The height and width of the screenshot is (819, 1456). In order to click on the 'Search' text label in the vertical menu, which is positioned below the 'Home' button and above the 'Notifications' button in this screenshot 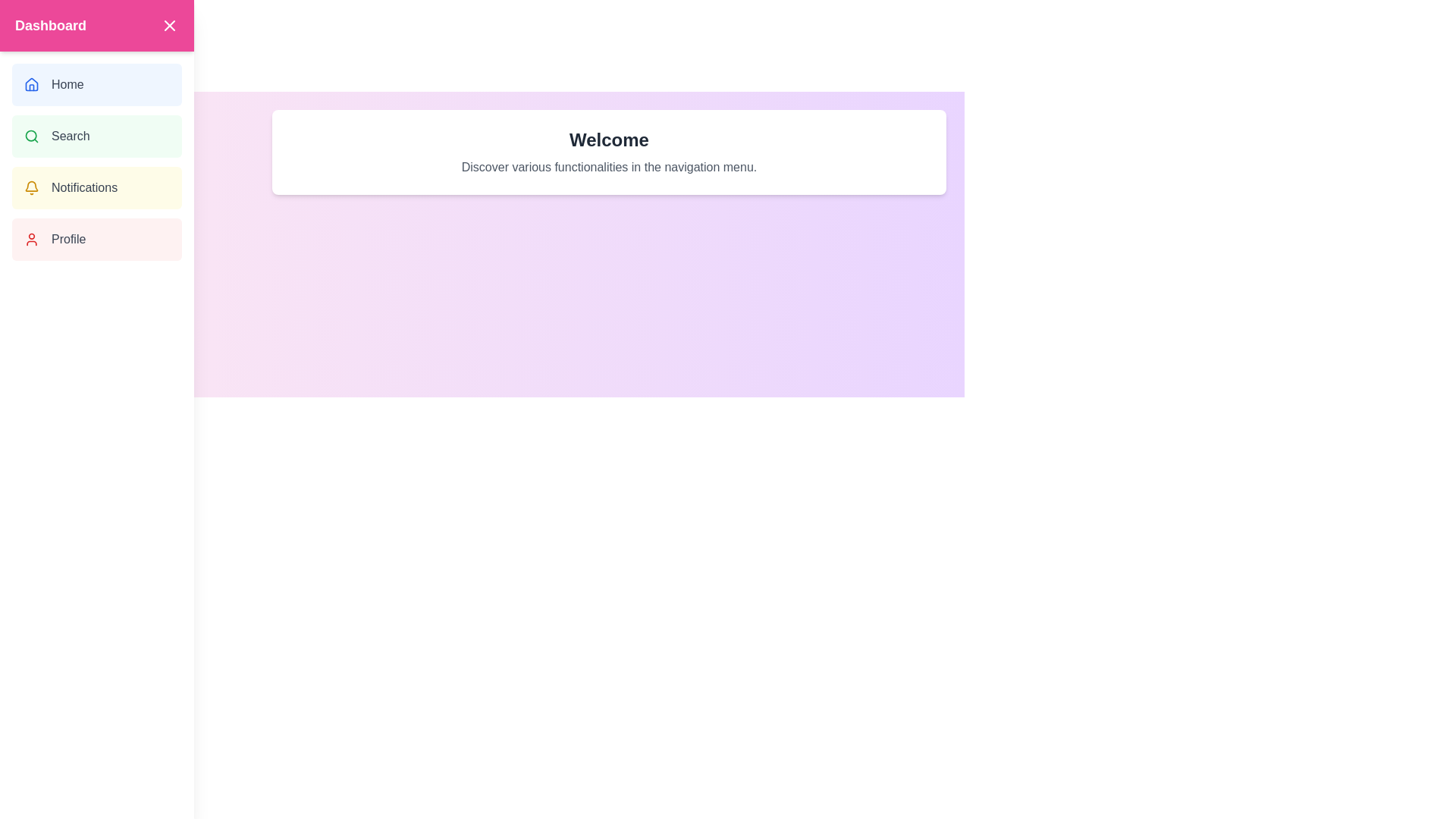, I will do `click(70, 136)`.